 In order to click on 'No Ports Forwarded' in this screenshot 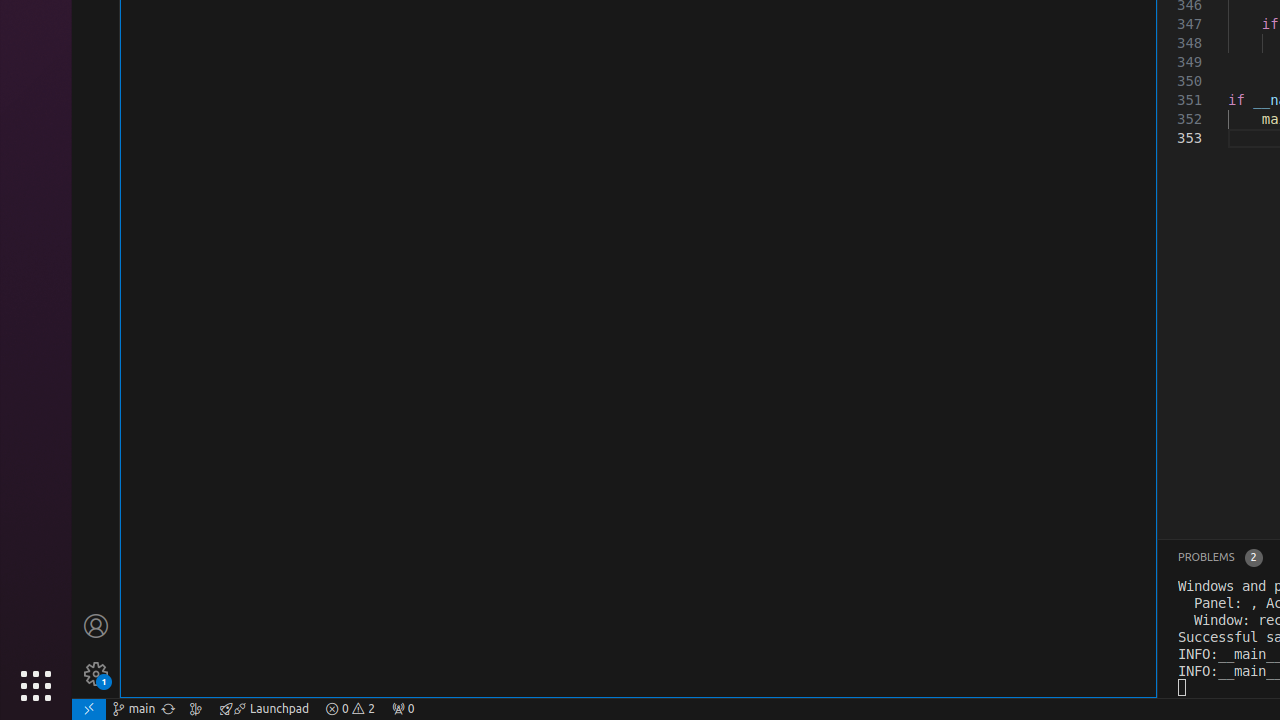, I will do `click(401, 707)`.